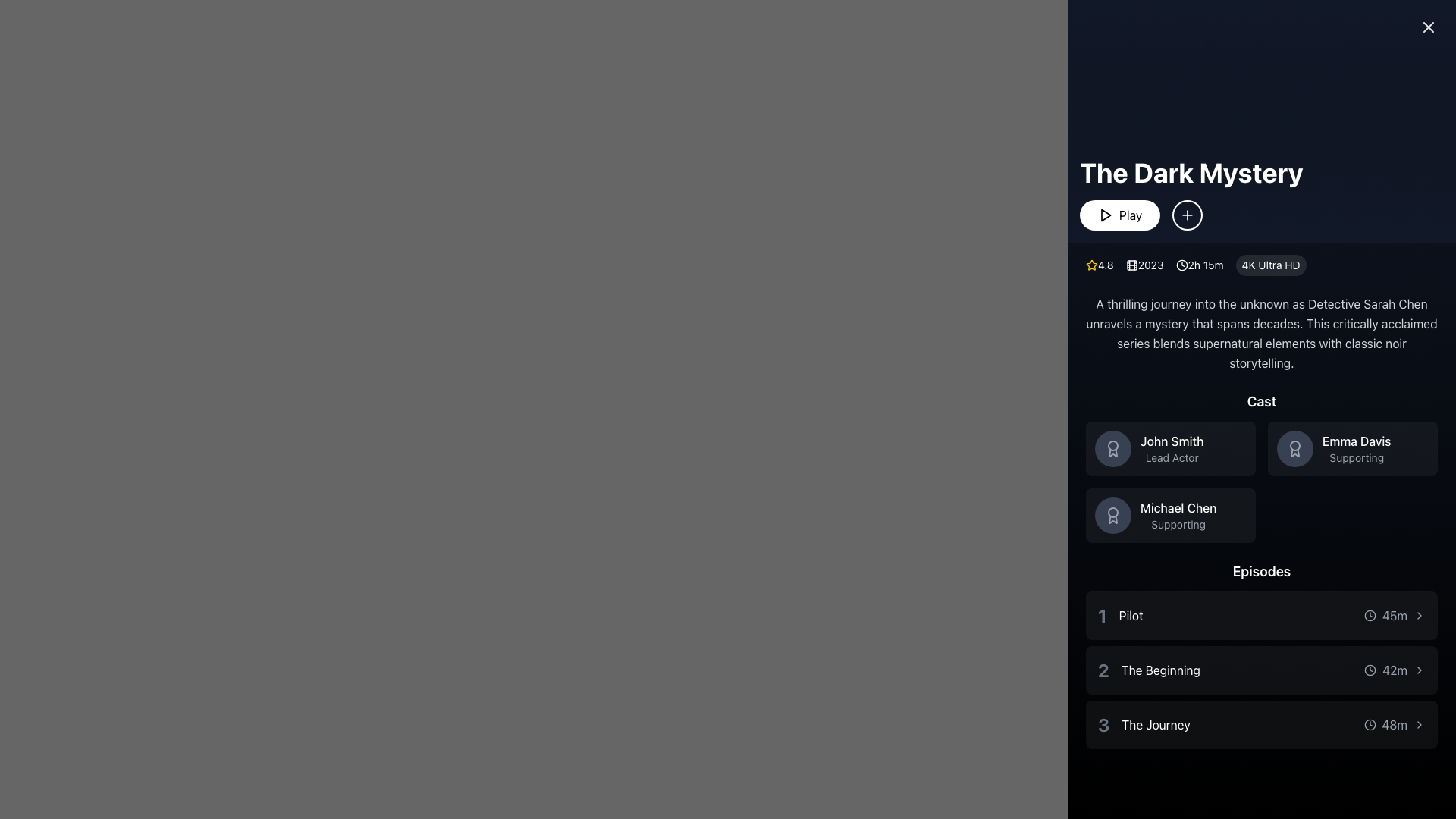  I want to click on the circular button with a plus symbol, which is located directly to the right of the 'Play' button in the top content section, so click(1187, 215).